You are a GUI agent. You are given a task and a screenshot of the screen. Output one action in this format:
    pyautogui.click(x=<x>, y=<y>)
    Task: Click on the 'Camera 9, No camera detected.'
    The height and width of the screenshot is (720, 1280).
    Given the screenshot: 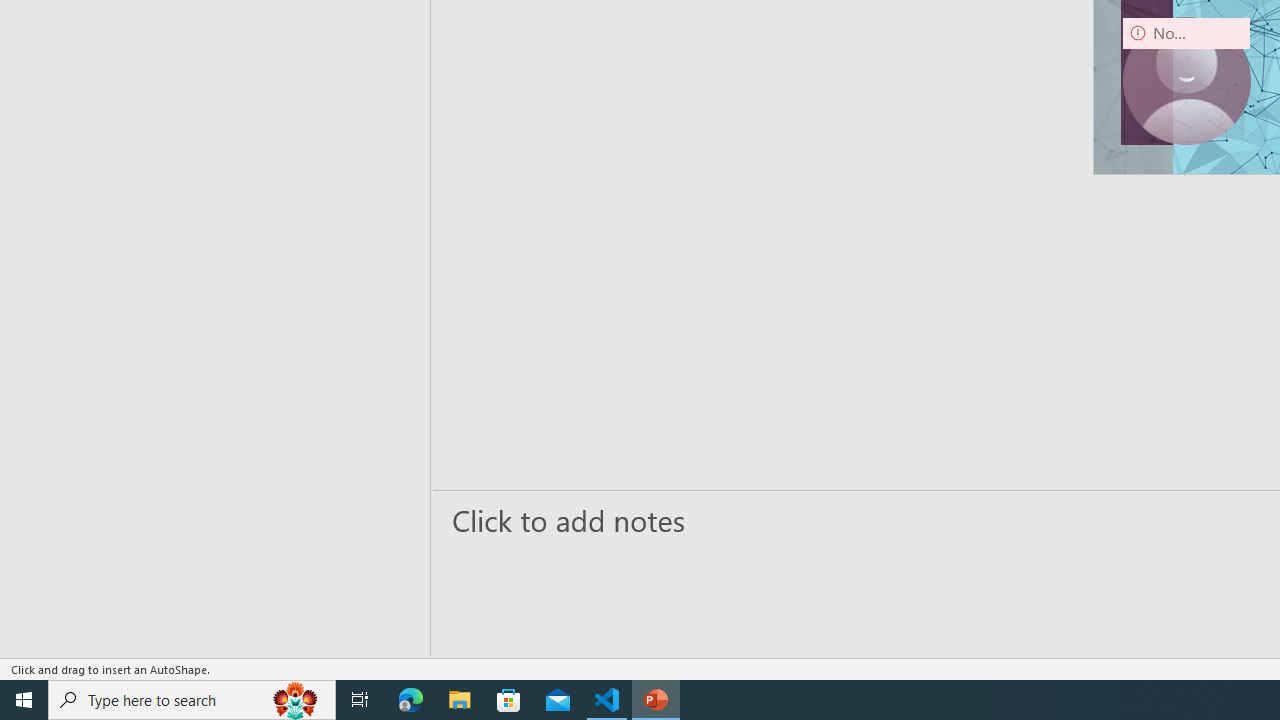 What is the action you would take?
    pyautogui.click(x=1186, y=80)
    